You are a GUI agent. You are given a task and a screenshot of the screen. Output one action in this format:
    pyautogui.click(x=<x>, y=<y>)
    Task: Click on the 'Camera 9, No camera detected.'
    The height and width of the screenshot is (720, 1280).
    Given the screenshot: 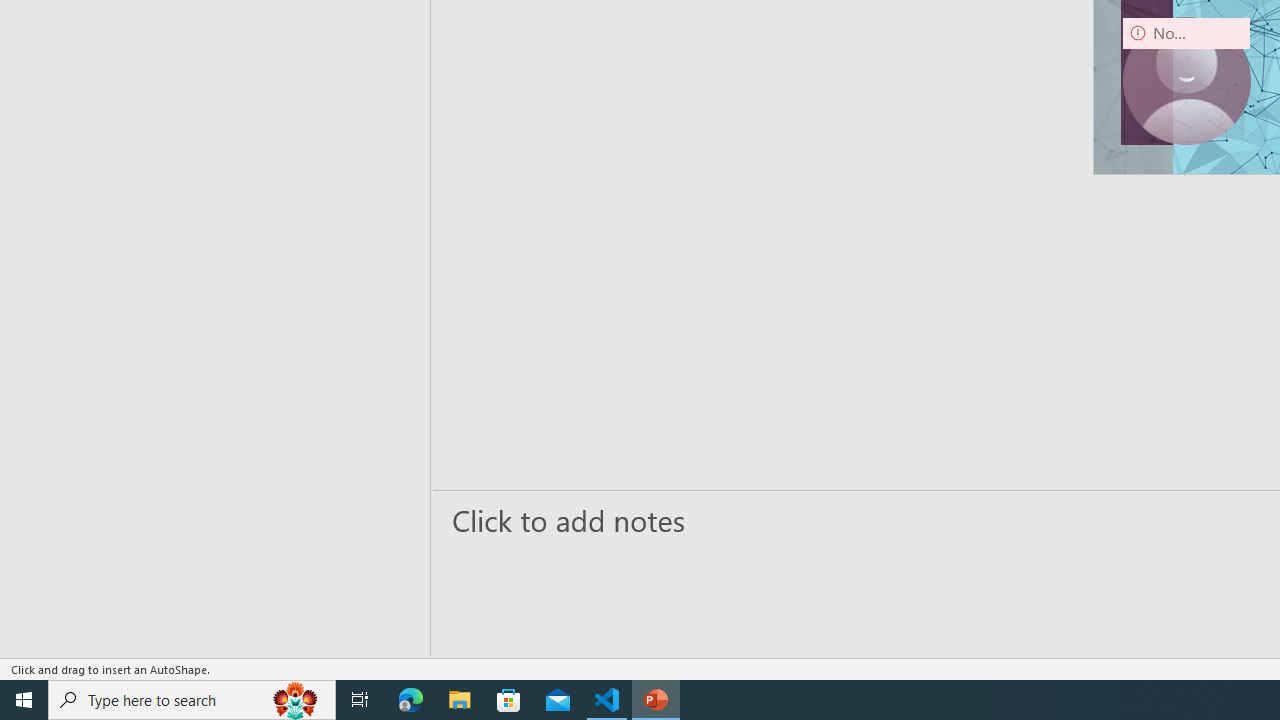 What is the action you would take?
    pyautogui.click(x=1186, y=80)
    